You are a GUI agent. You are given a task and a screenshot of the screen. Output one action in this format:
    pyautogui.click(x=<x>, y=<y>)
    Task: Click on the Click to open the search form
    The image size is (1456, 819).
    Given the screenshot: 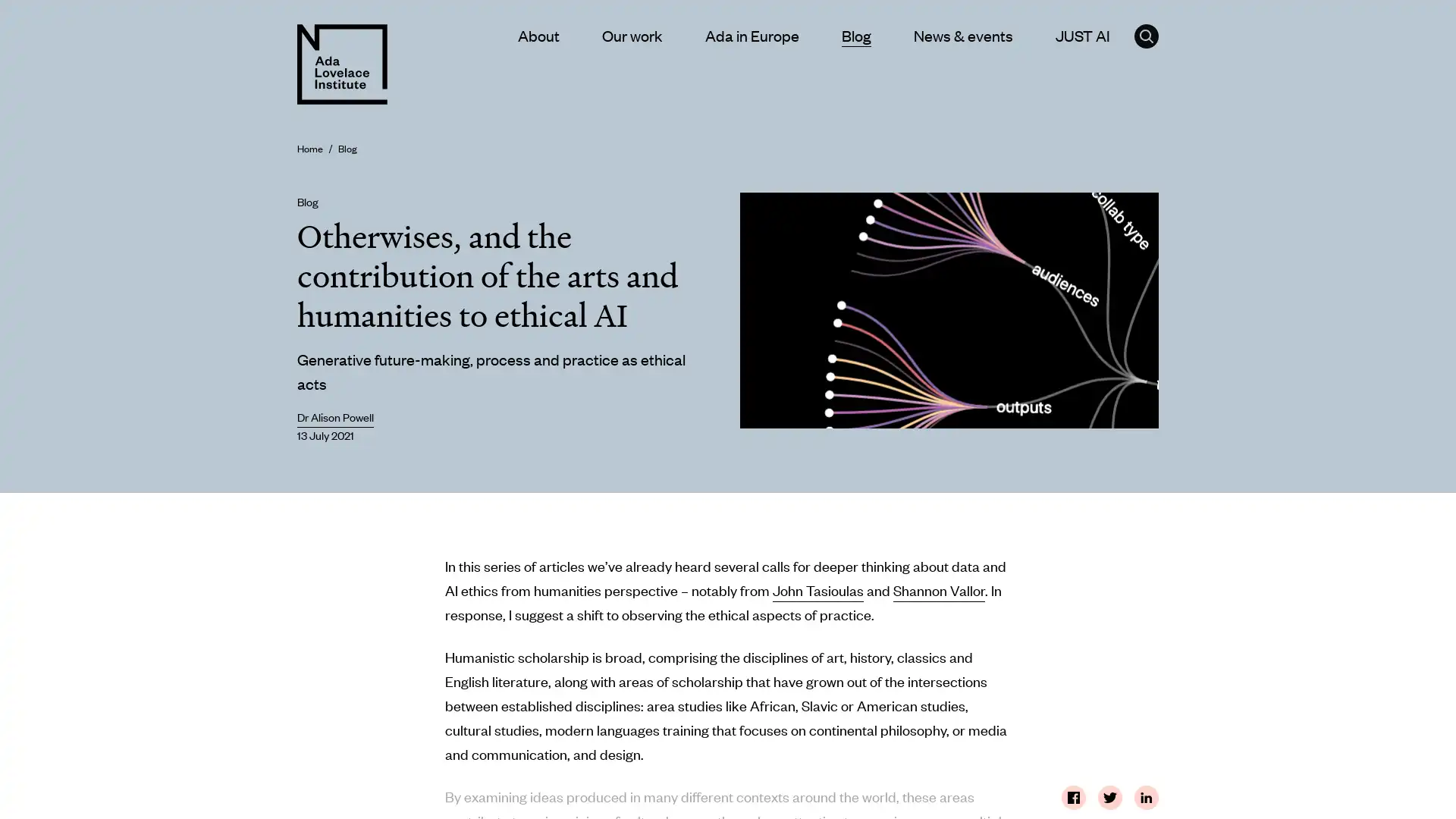 What is the action you would take?
    pyautogui.click(x=1147, y=35)
    